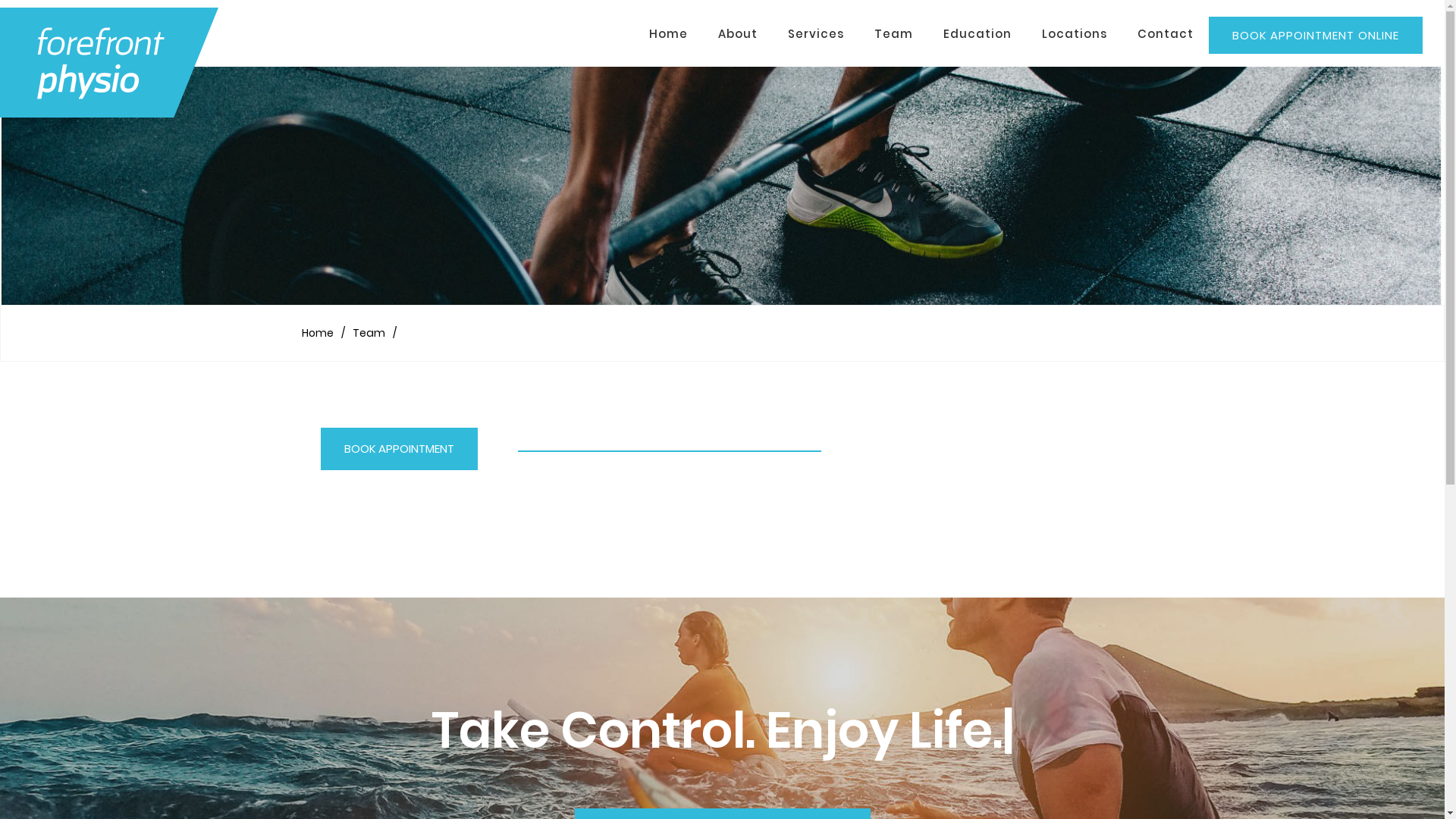 This screenshot has width=1456, height=819. I want to click on 'Locations', so click(1073, 34).